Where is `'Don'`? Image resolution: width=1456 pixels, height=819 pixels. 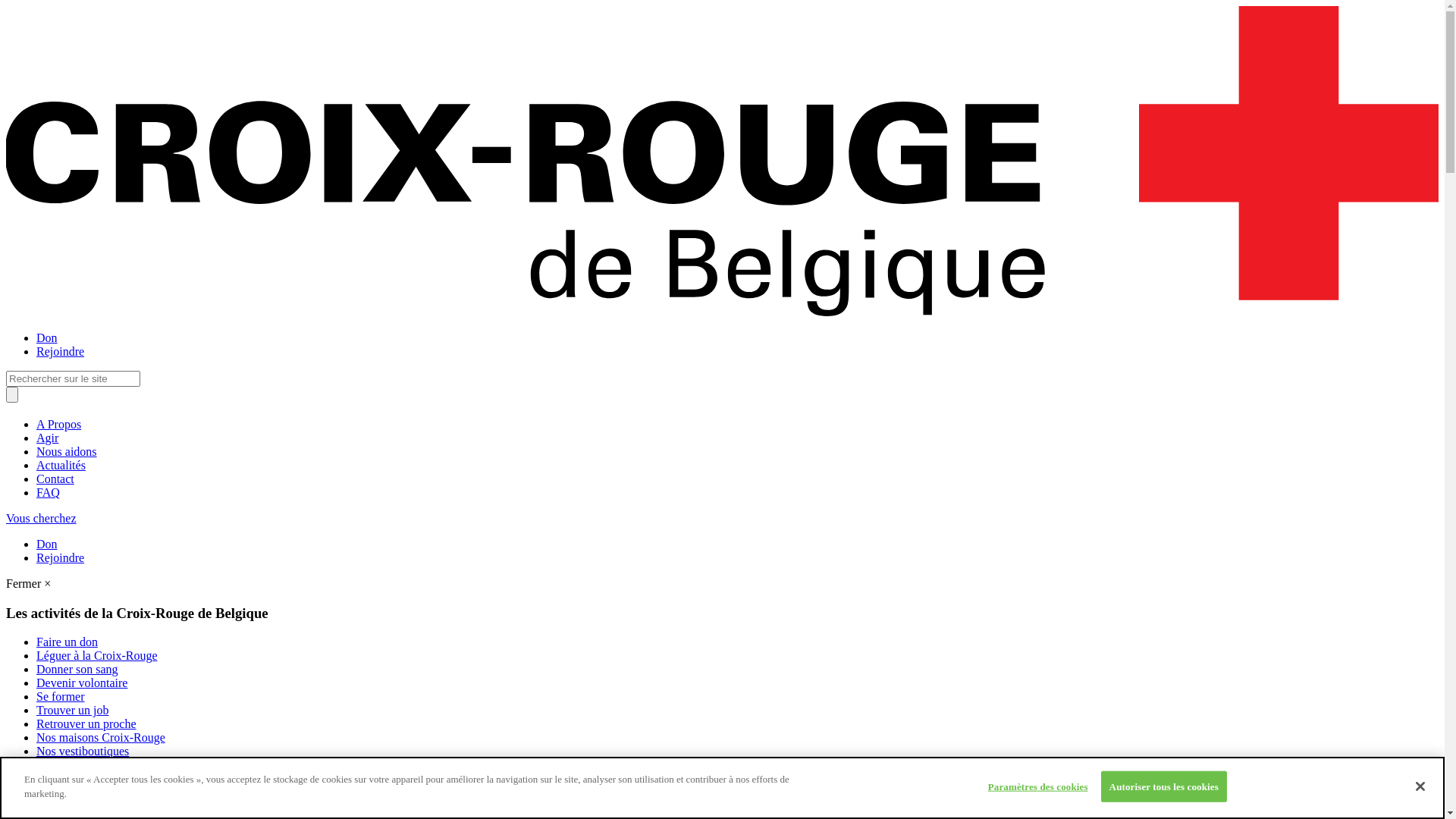 'Don' is located at coordinates (36, 543).